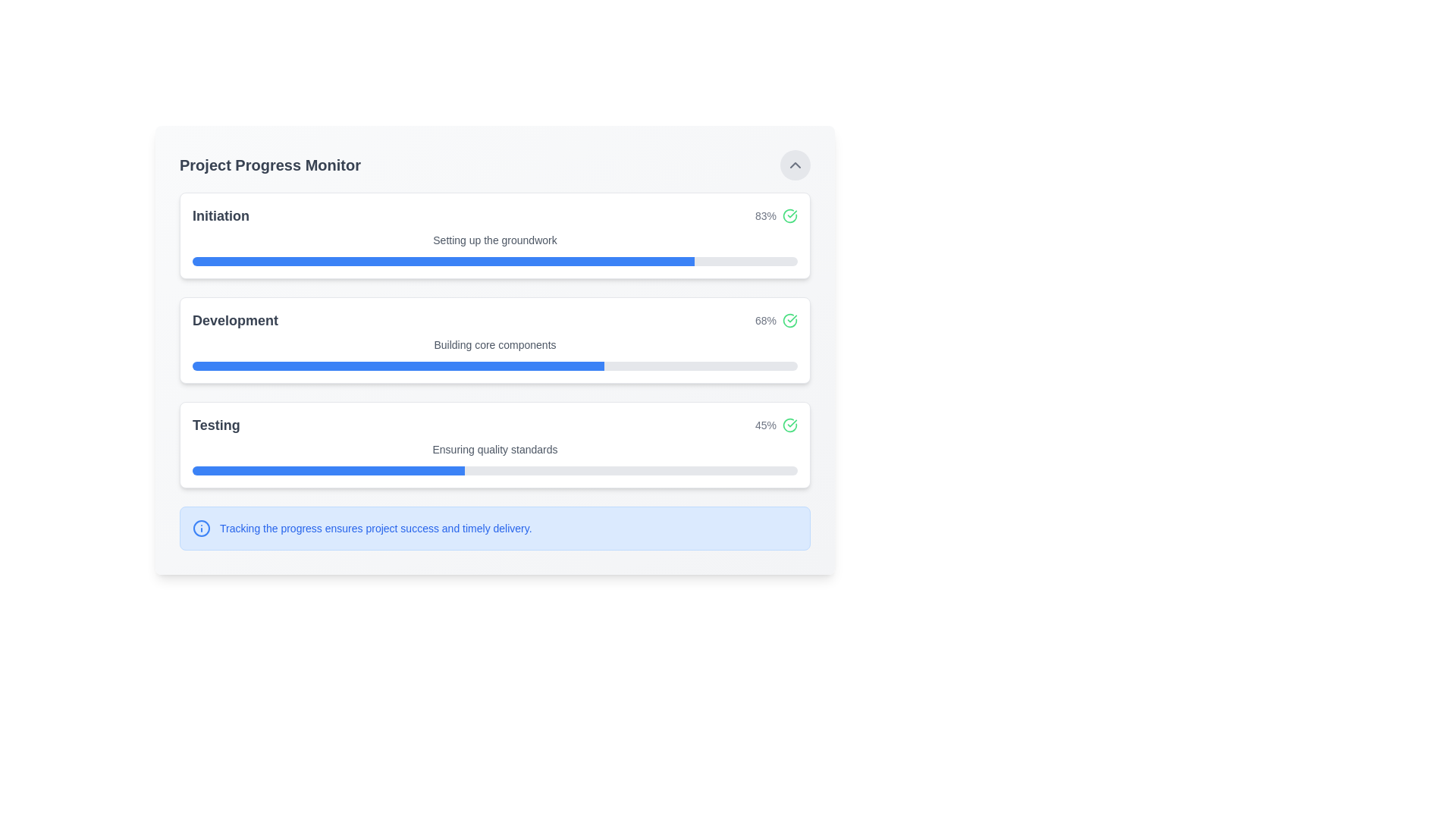 The image size is (1456, 819). I want to click on the circular blue outlined icon located to the left of the text 'Tracking the progress ensures project success and timely delivery.', so click(200, 528).